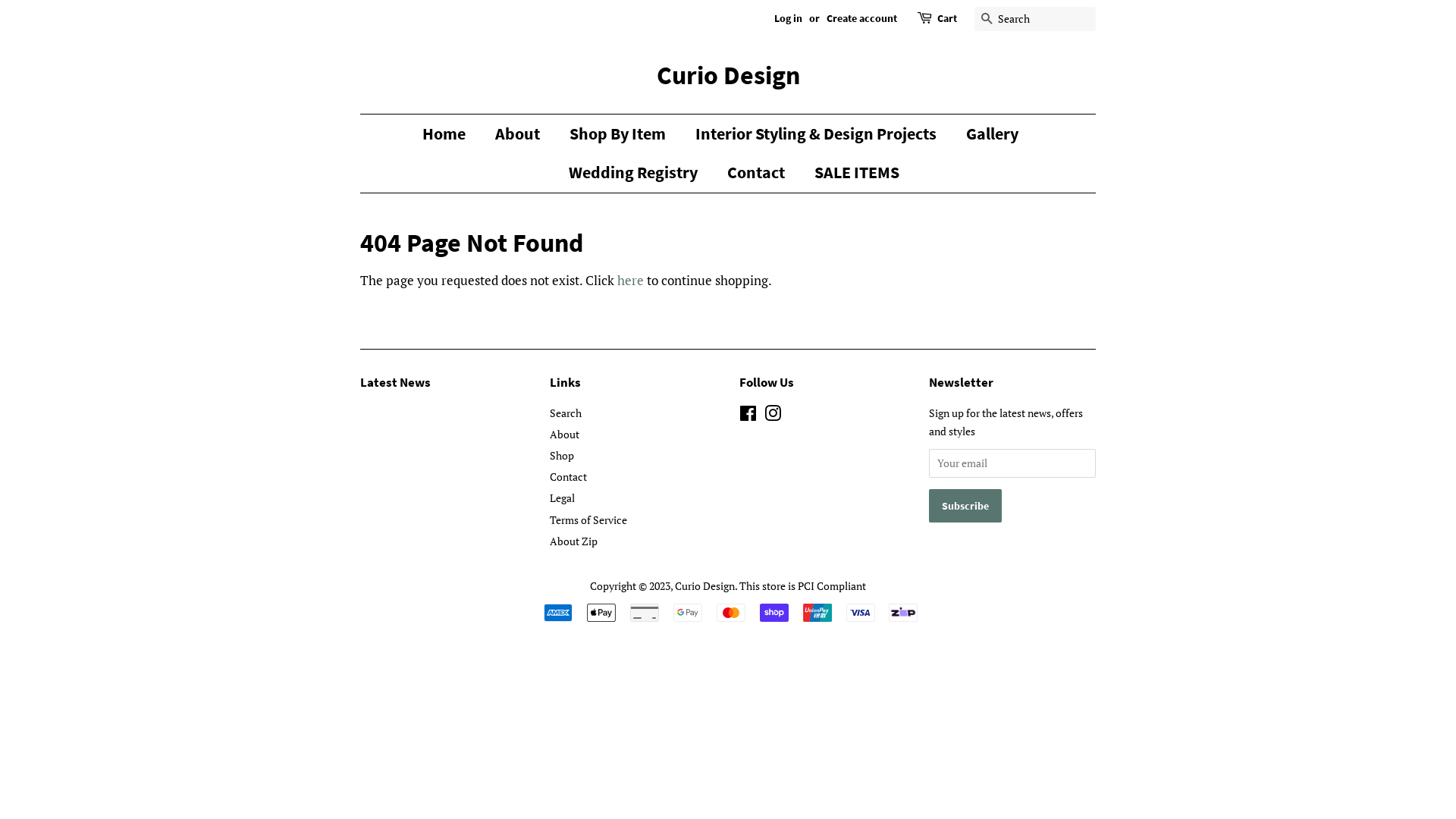 The height and width of the screenshot is (819, 1456). What do you see at coordinates (953, 133) in the screenshot?
I see `'Gallery'` at bounding box center [953, 133].